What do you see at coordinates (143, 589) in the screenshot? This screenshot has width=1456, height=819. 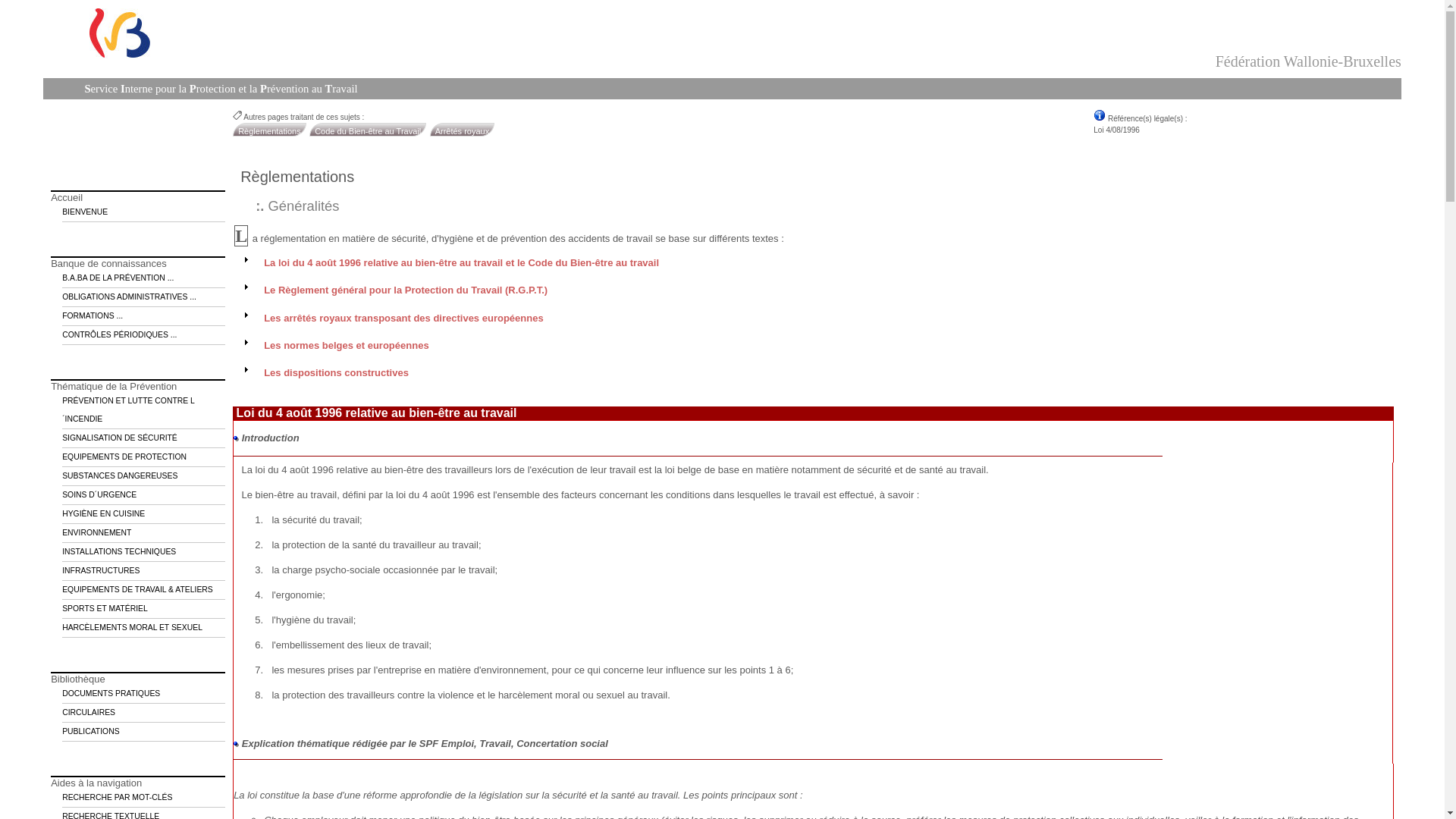 I see `'EQUIPEMENTS DE TRAVAIL & ATELIERS'` at bounding box center [143, 589].